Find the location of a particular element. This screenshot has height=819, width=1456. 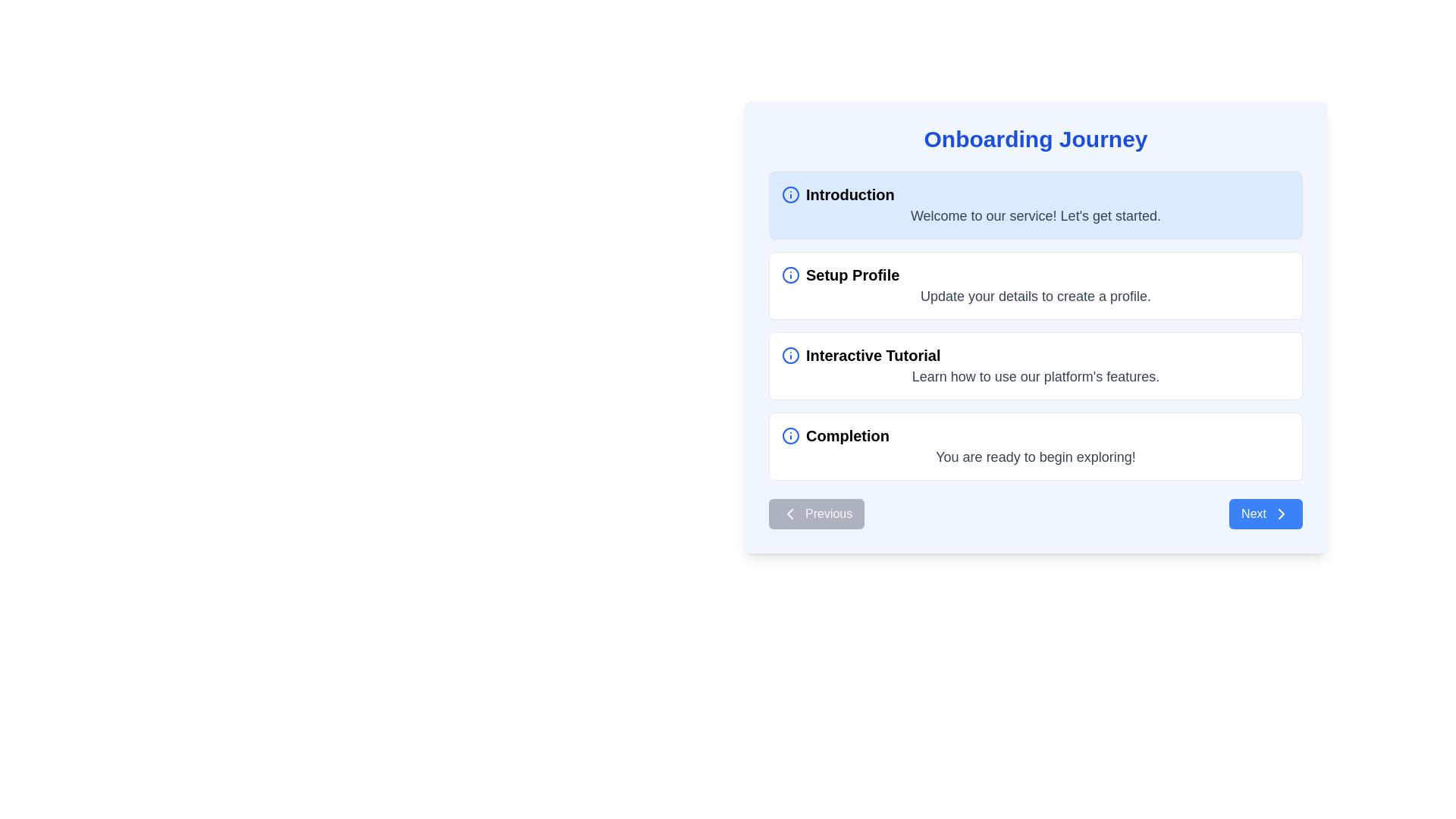

the navigation button located in the lower-right corner of the main panel to proceed to the next step in the workflow is located at coordinates (1266, 513).